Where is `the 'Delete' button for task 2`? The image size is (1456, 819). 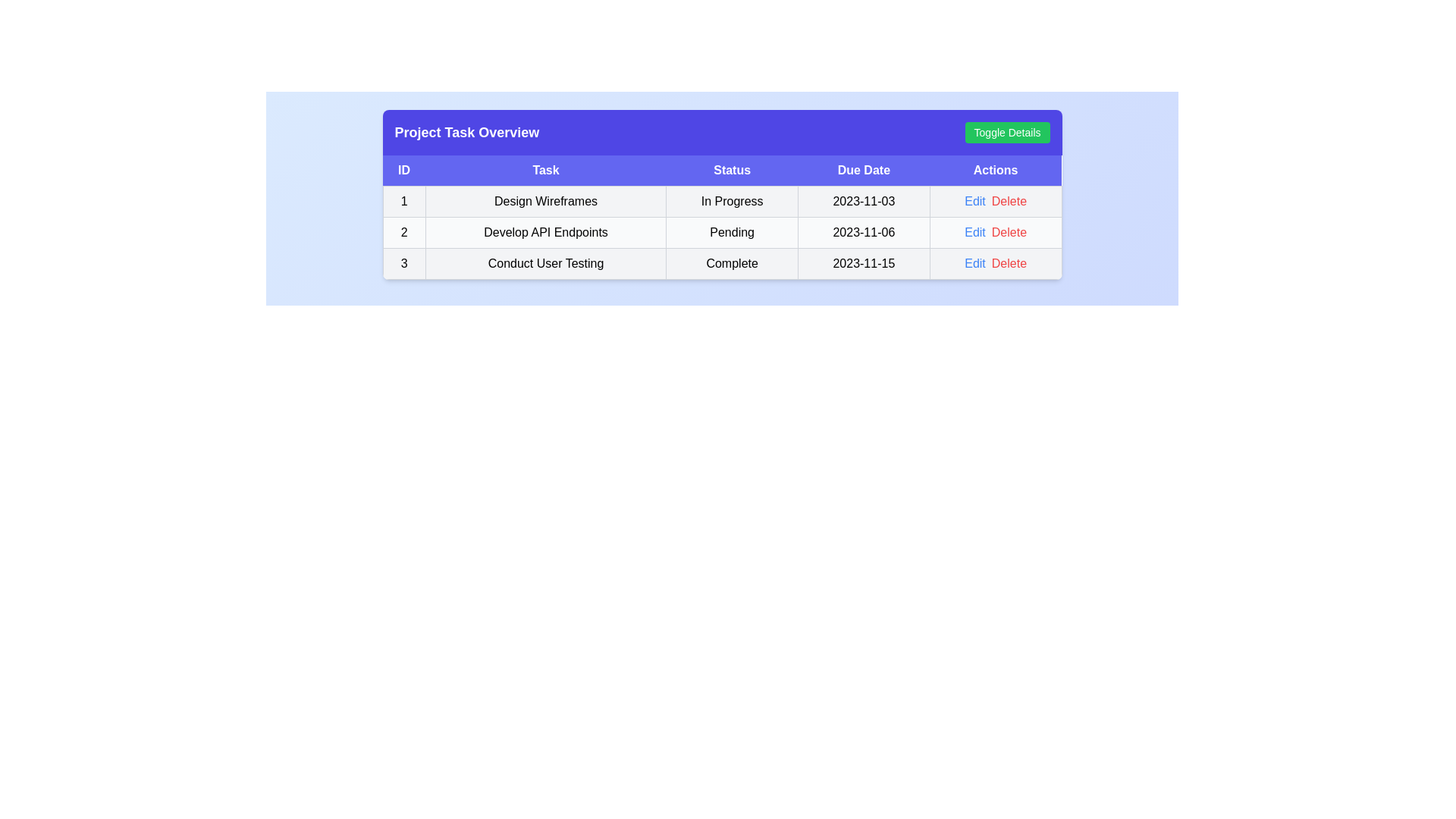 the 'Delete' button for task 2 is located at coordinates (1009, 233).